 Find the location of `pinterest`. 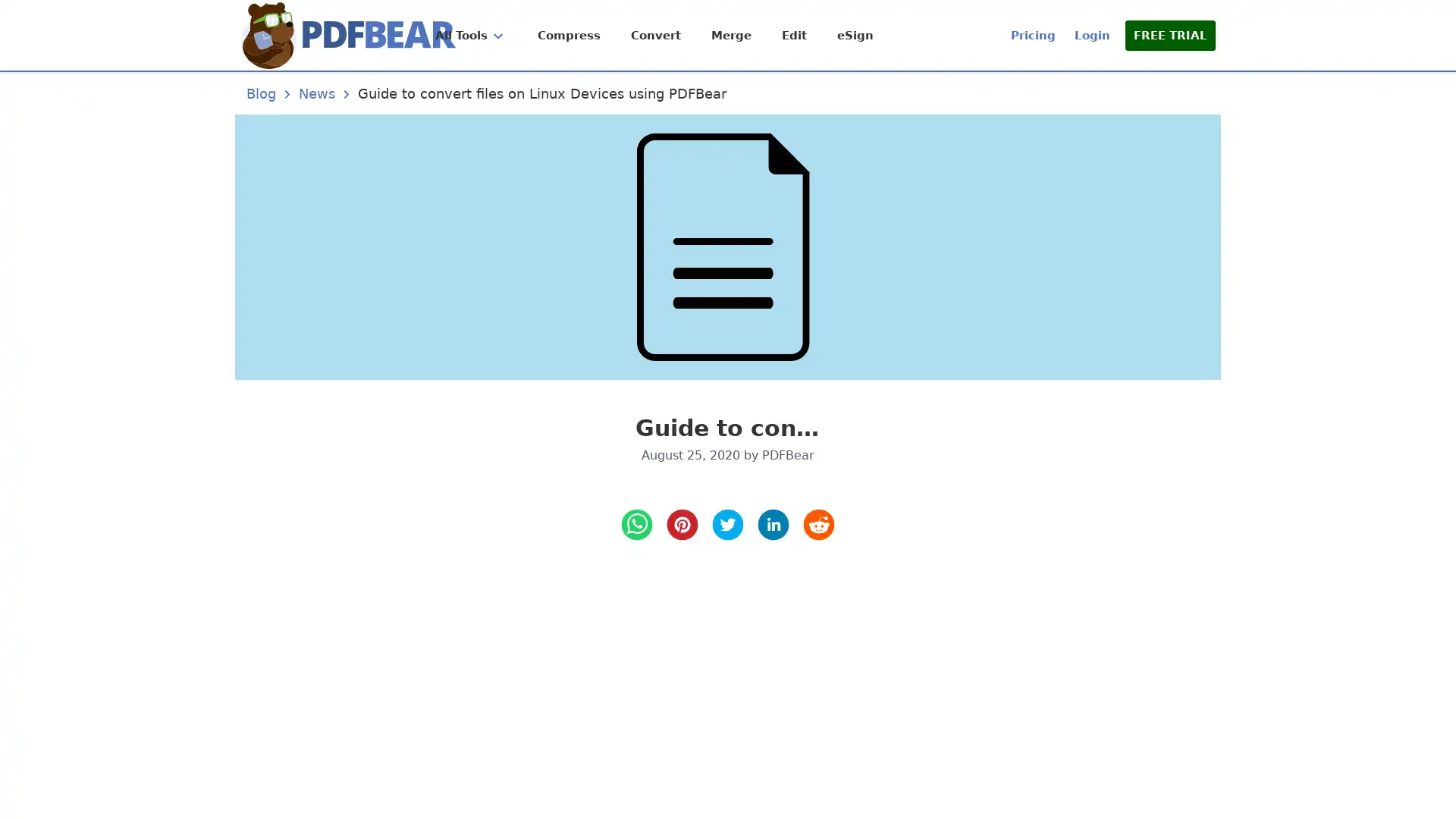

pinterest is located at coordinates (682, 523).